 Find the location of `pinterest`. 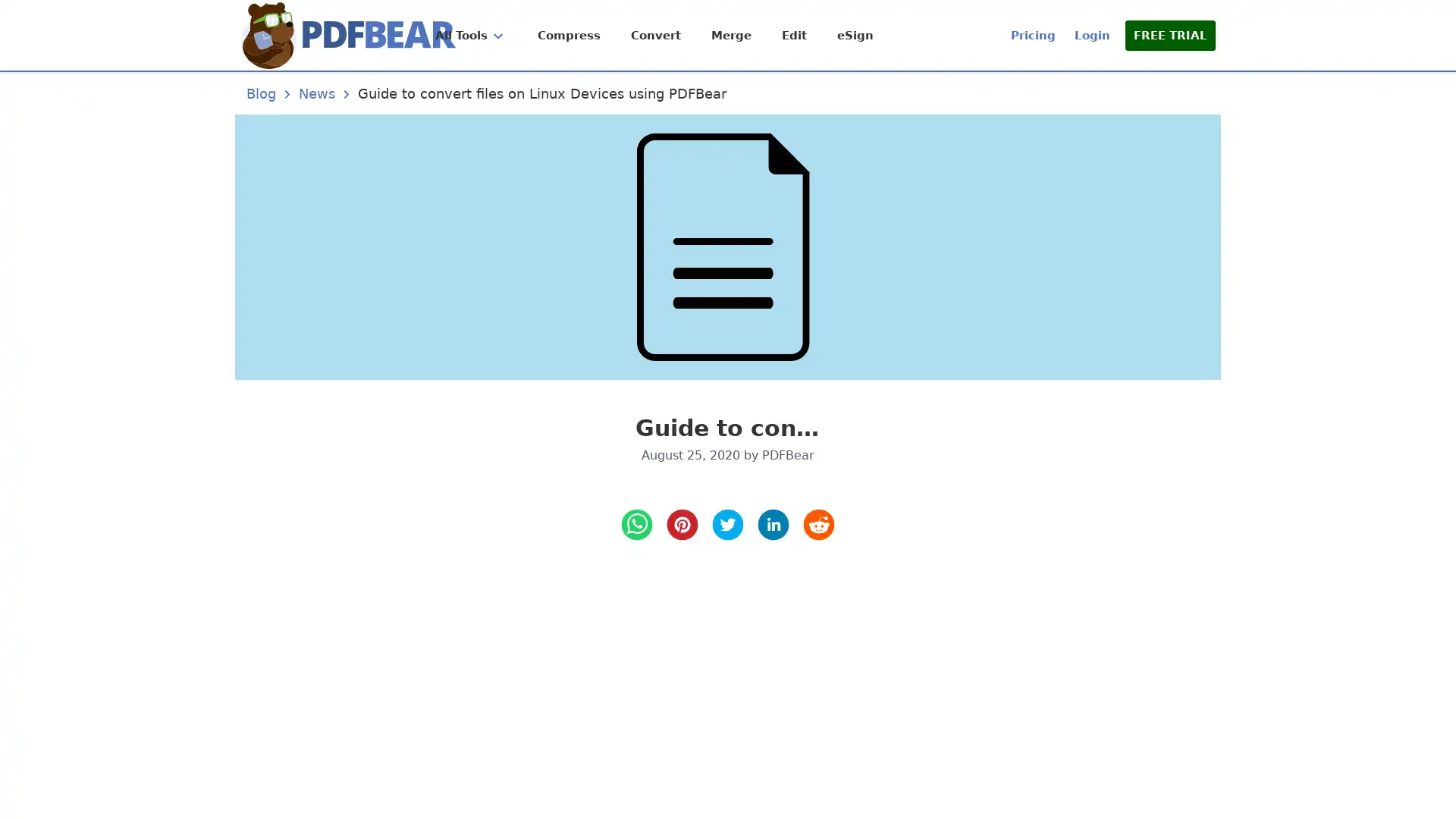

pinterest is located at coordinates (682, 523).